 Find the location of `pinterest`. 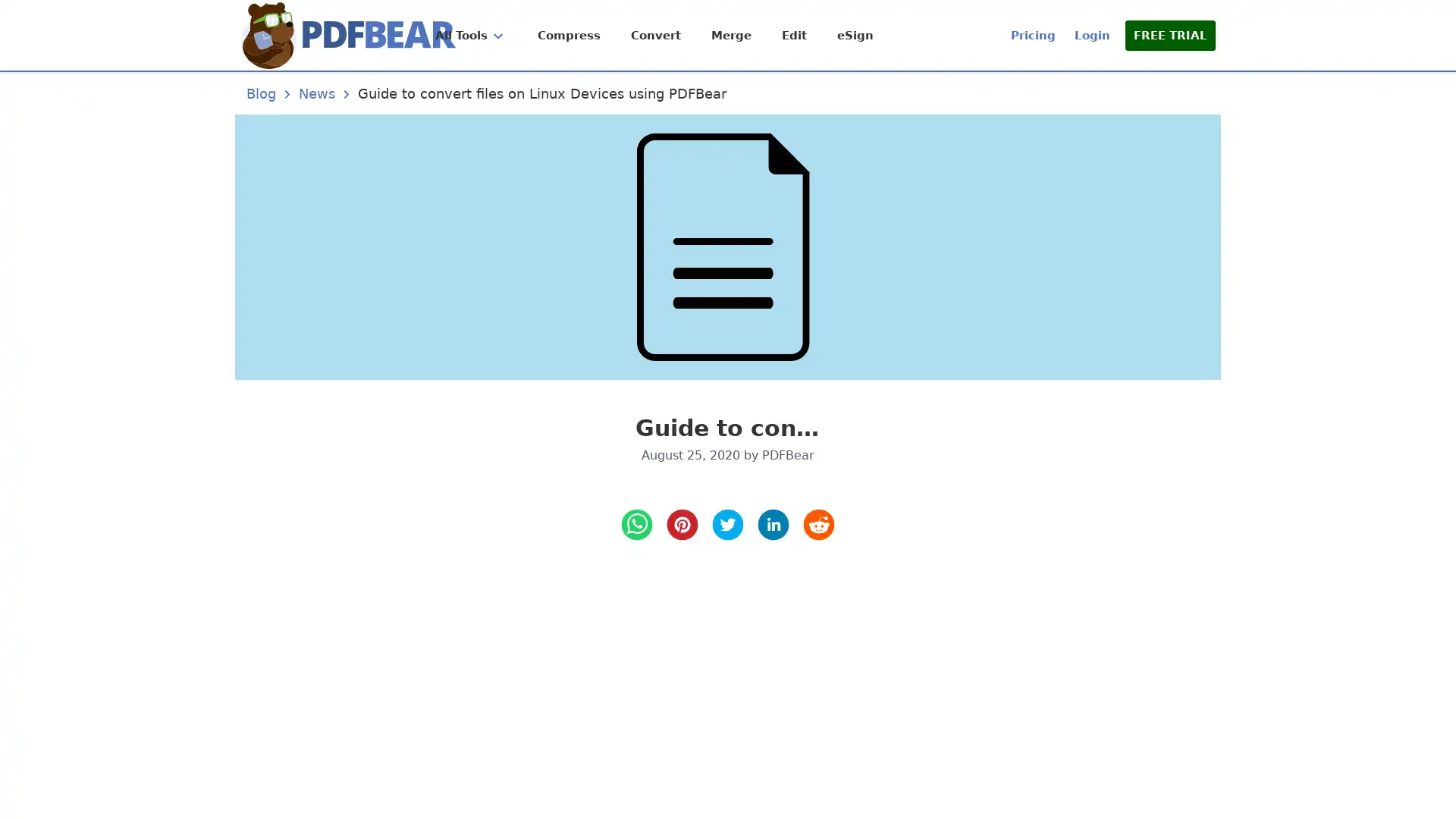

pinterest is located at coordinates (682, 523).